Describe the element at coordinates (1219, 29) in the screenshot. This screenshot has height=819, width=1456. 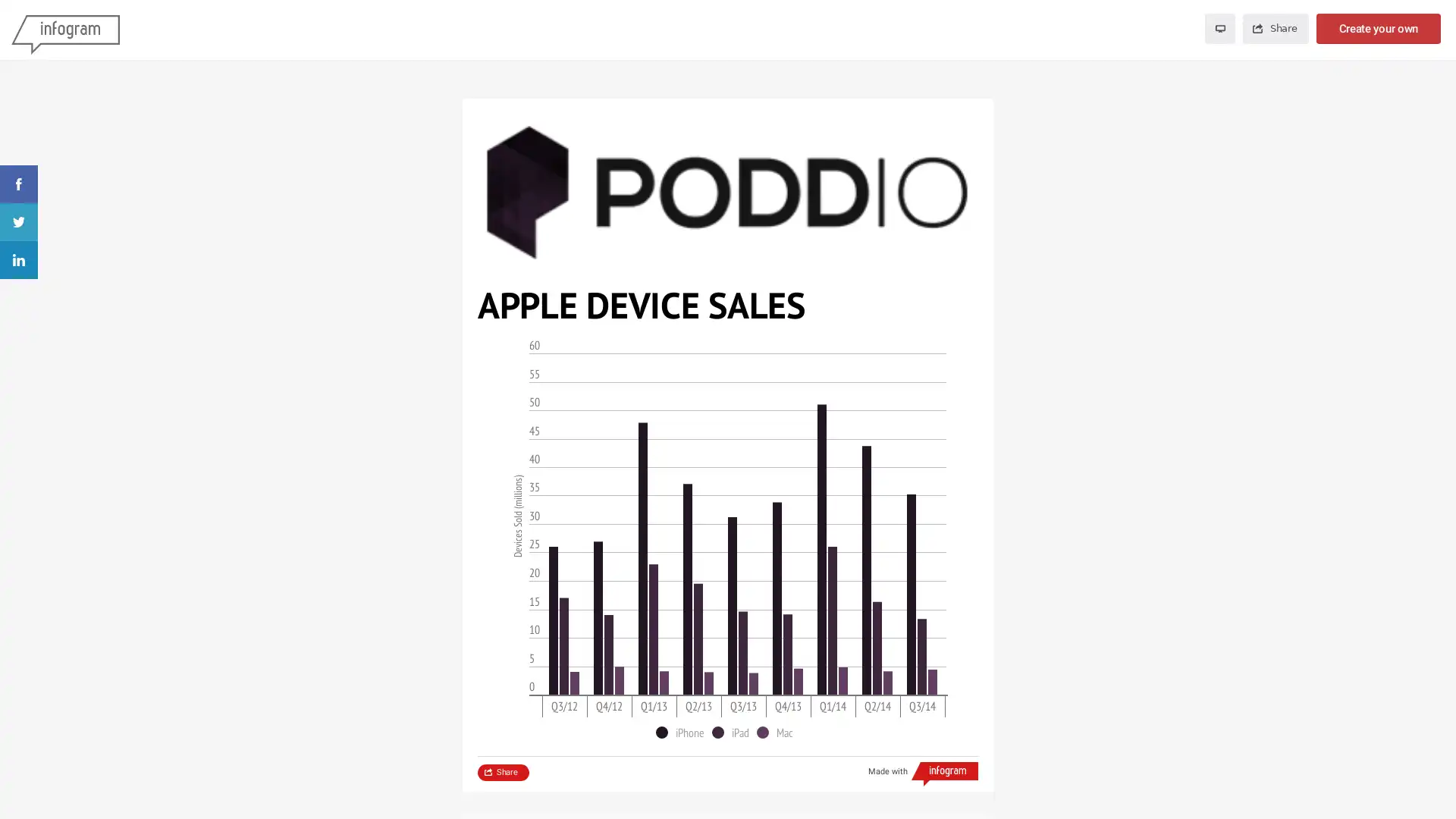
I see `Enter fullscreen` at that location.